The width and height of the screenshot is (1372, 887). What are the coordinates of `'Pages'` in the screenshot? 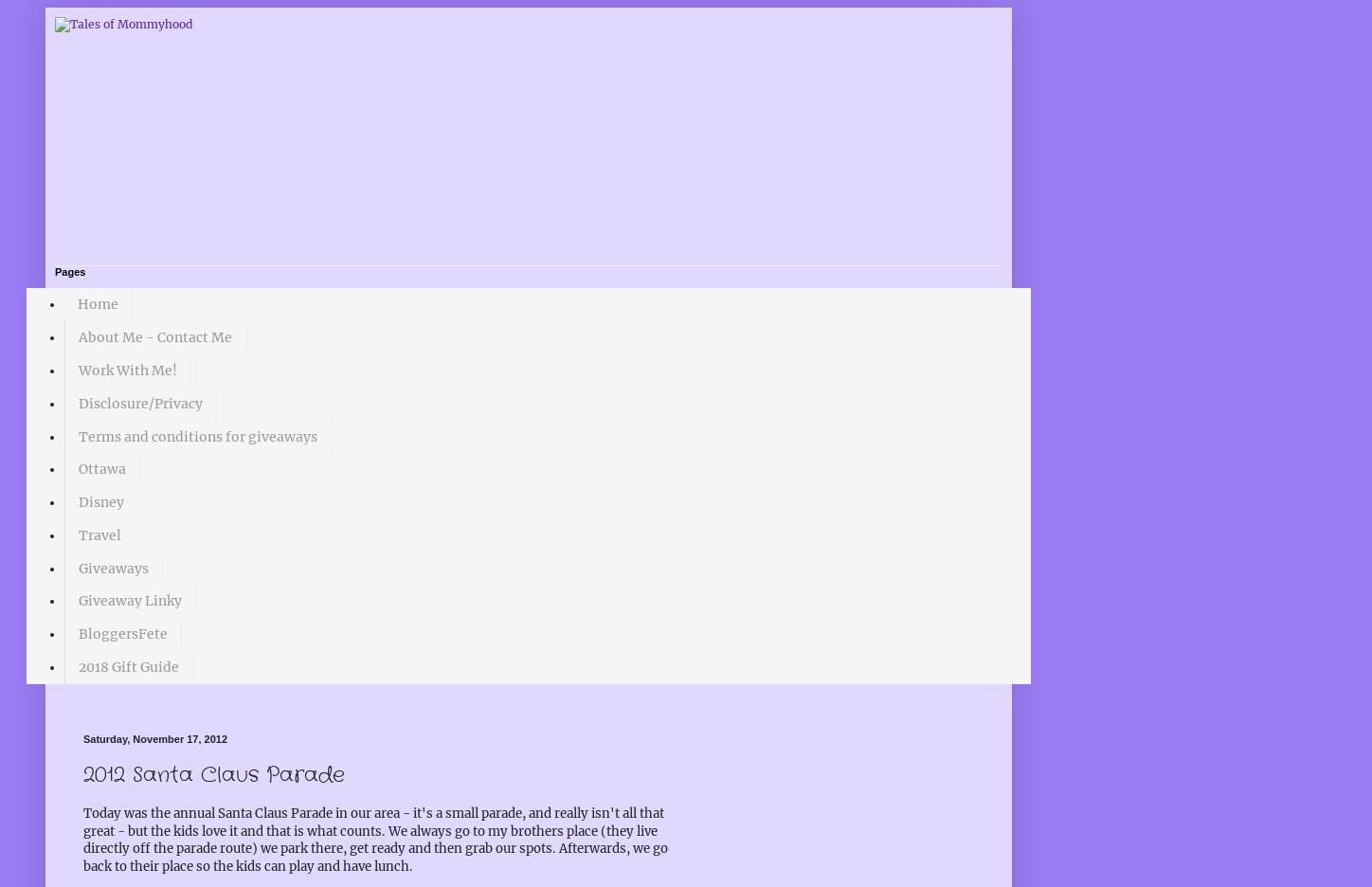 It's located at (69, 271).